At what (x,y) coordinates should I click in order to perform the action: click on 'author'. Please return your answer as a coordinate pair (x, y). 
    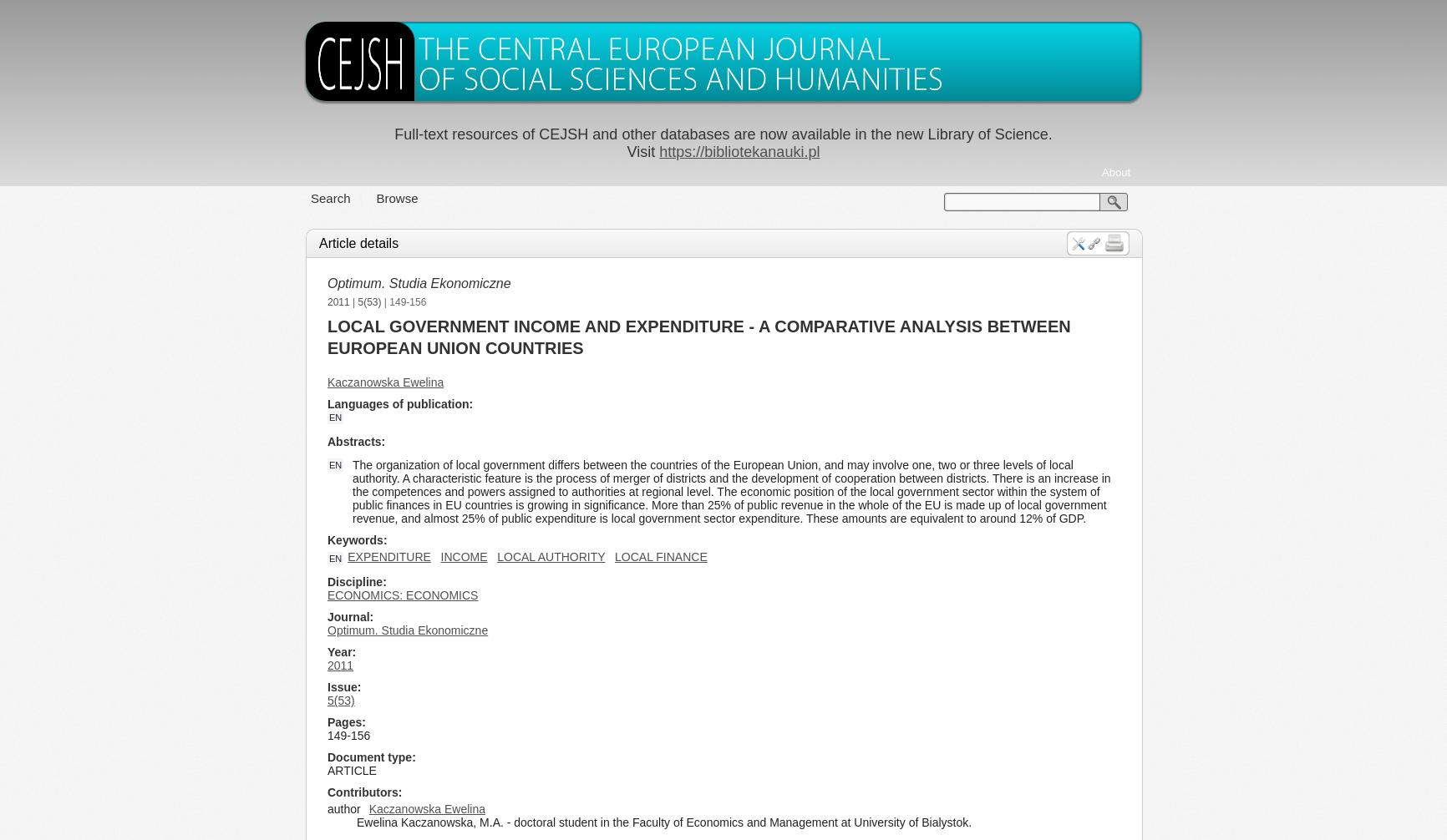
    Looking at the image, I should click on (343, 807).